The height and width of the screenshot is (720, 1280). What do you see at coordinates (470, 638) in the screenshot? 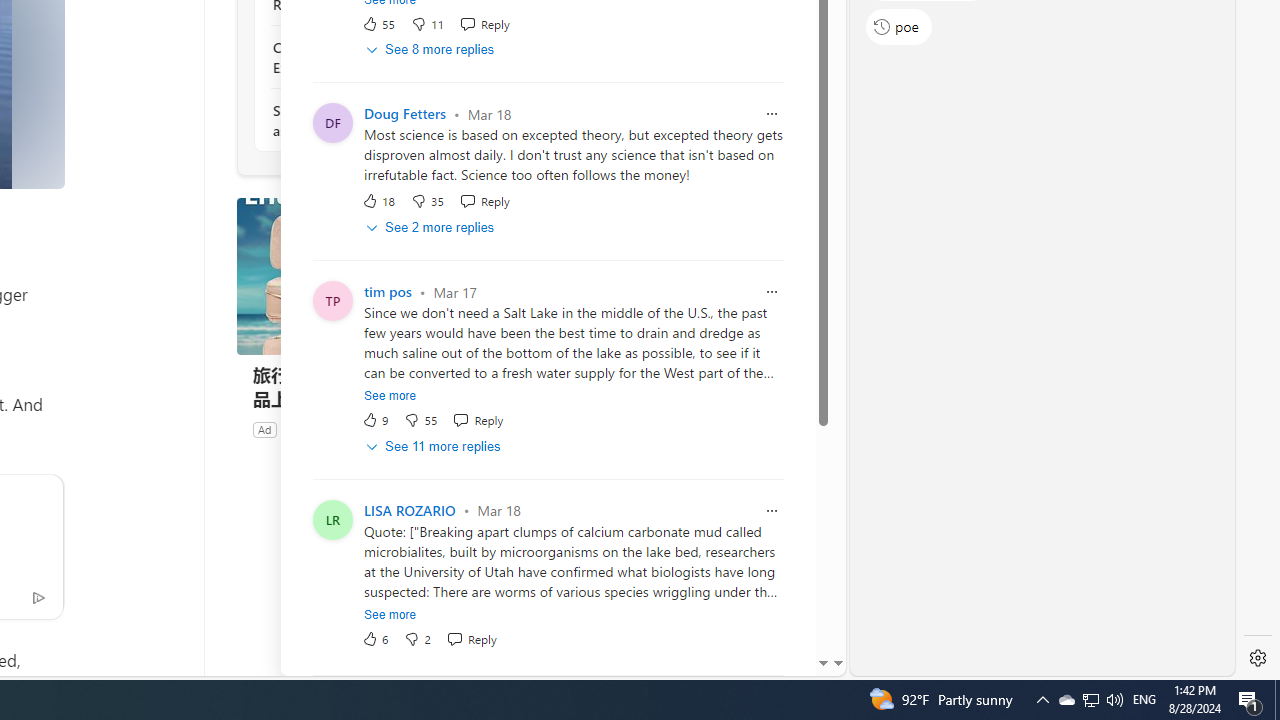
I see `'Reply Reply Comment'` at bounding box center [470, 638].